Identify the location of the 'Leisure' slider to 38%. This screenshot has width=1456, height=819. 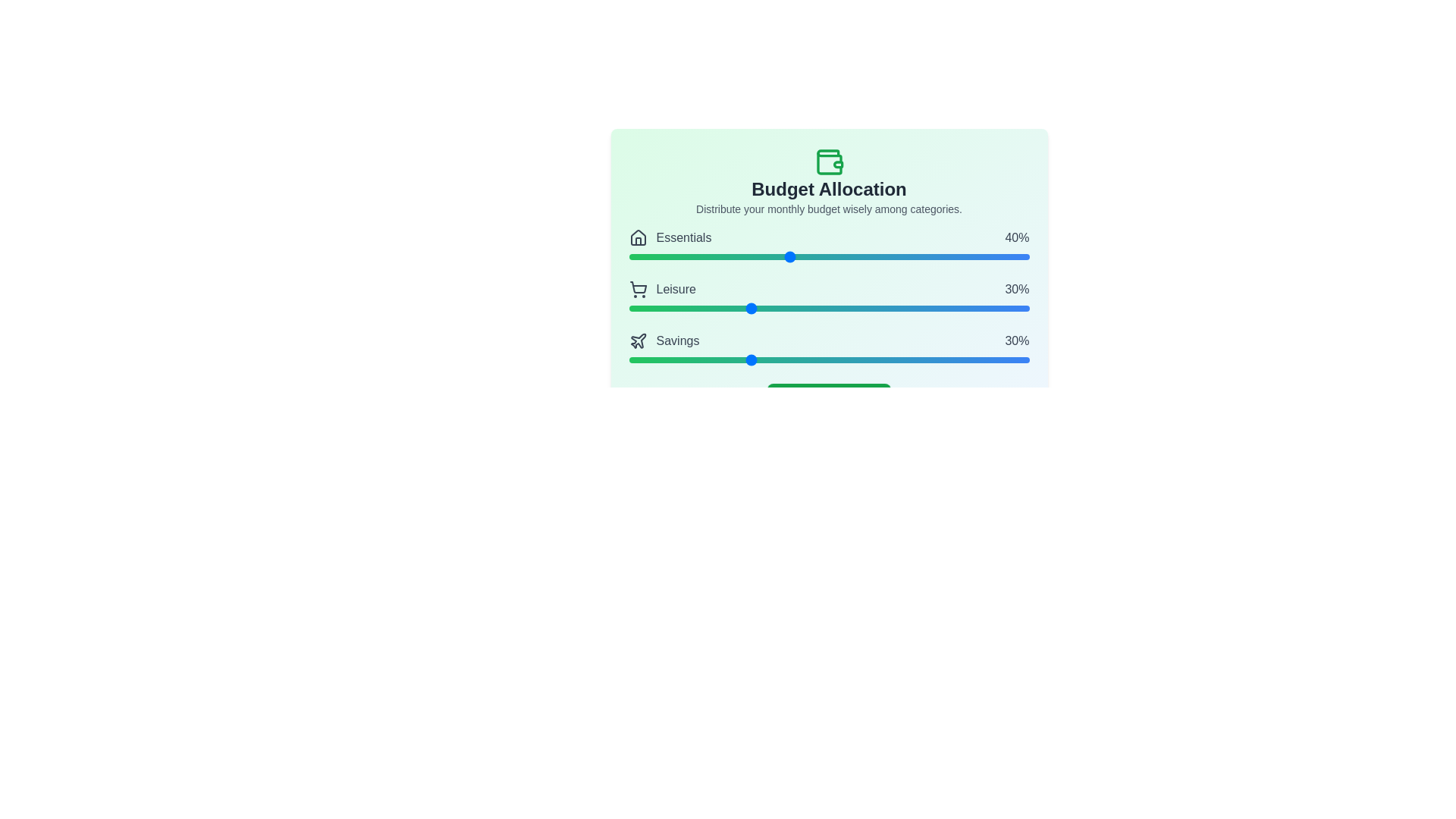
(781, 308).